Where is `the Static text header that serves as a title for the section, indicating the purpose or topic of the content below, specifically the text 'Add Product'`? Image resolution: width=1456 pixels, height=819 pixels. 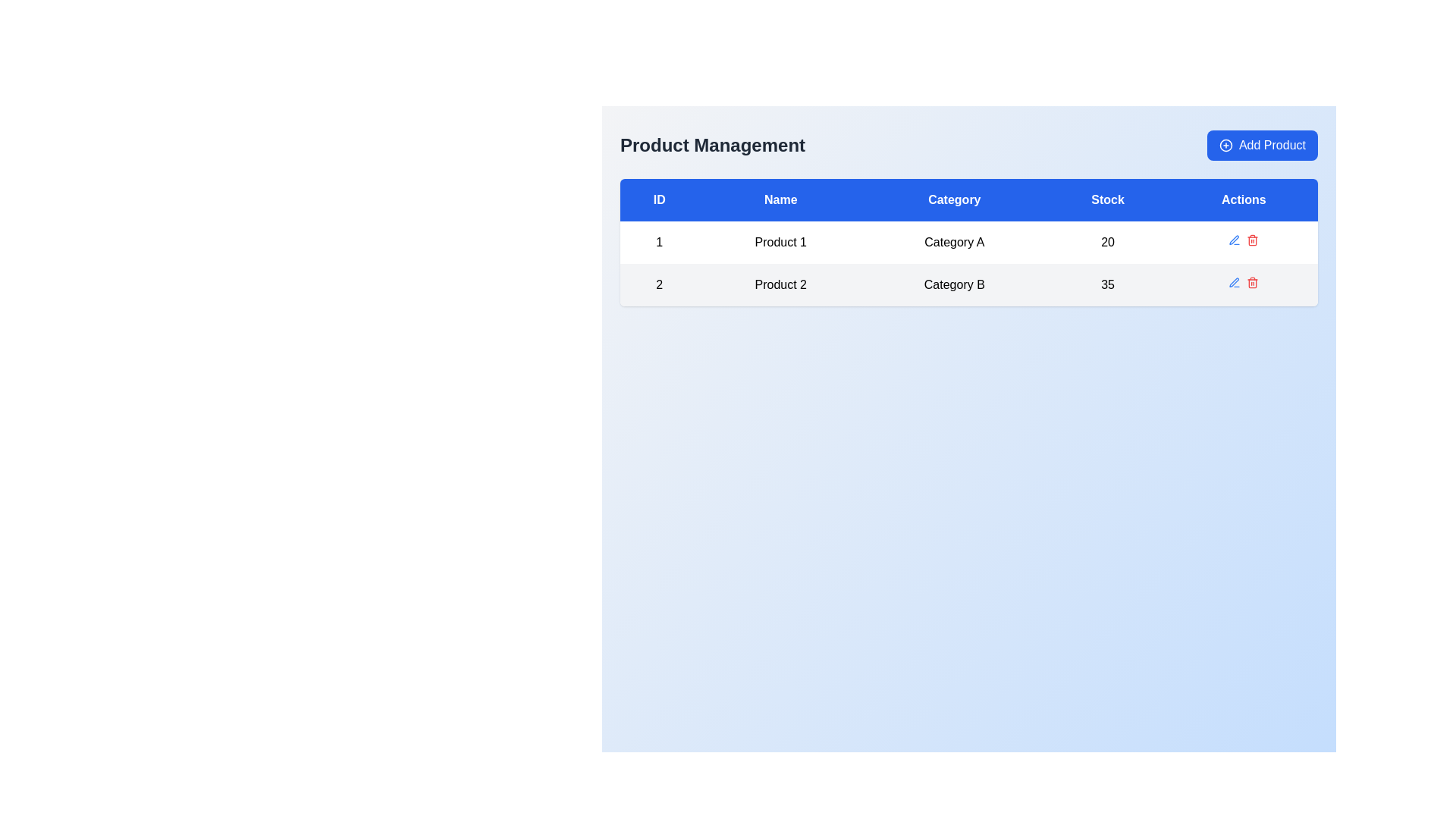
the Static text header that serves as a title for the section, indicating the purpose or topic of the content below, specifically the text 'Add Product' is located at coordinates (712, 146).